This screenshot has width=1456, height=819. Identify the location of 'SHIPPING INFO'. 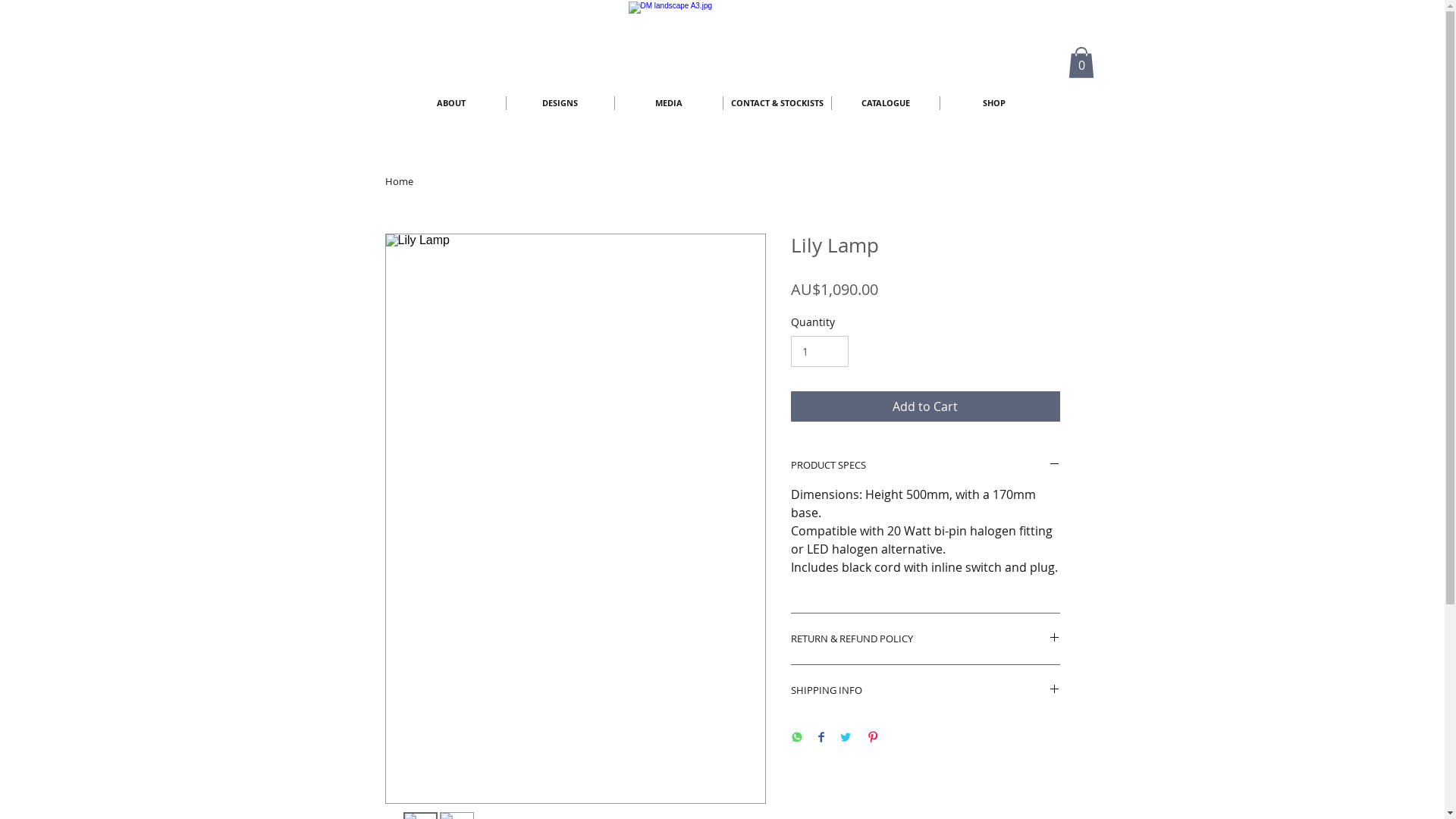
(924, 690).